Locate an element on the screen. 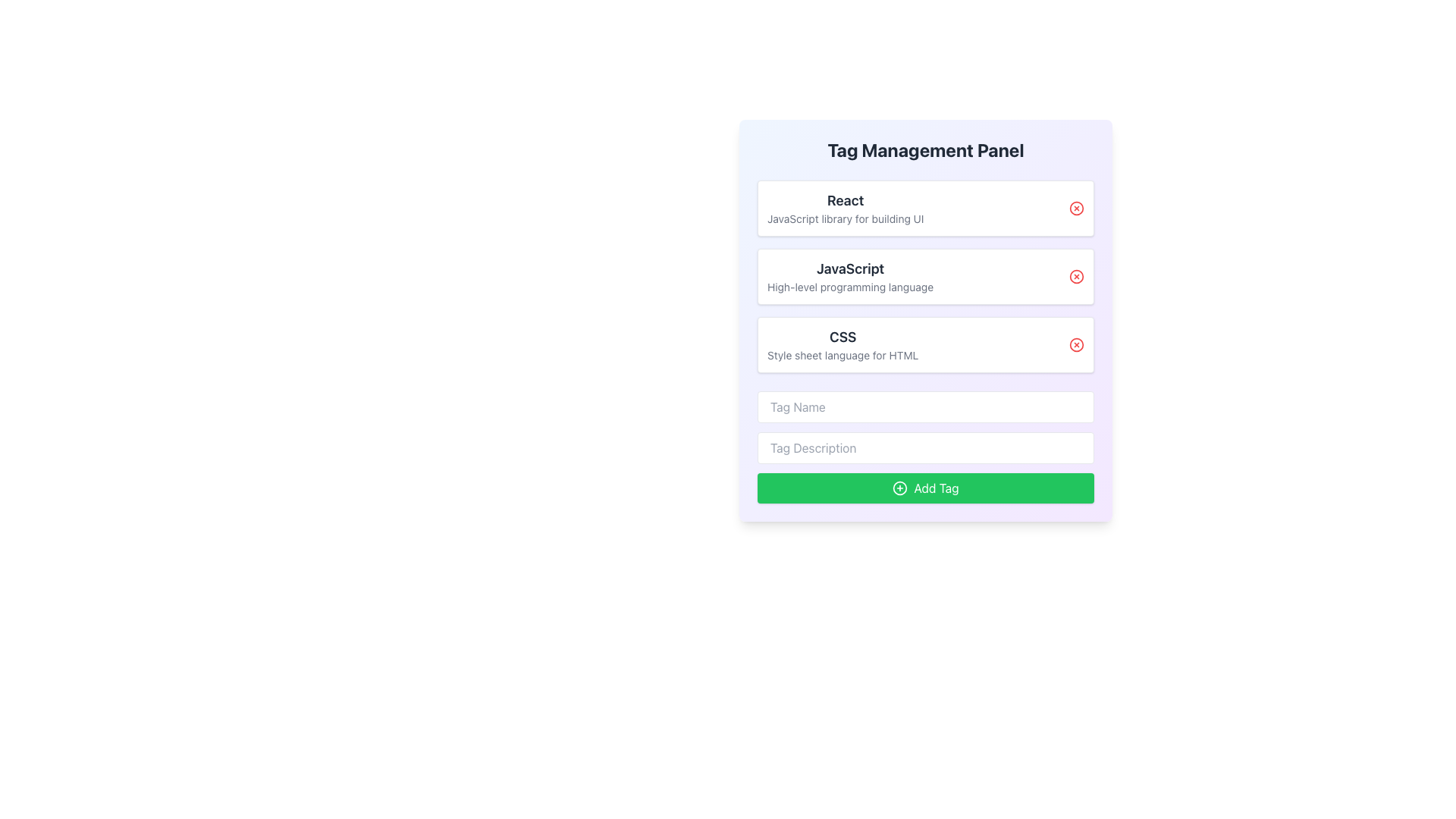 The width and height of the screenshot is (1456, 819). details of the tag located in the second row of the List Item section within the 'Tag Management Panel', which is positioned between the rows labeled 'React' and 'CSS' is located at coordinates (924, 277).